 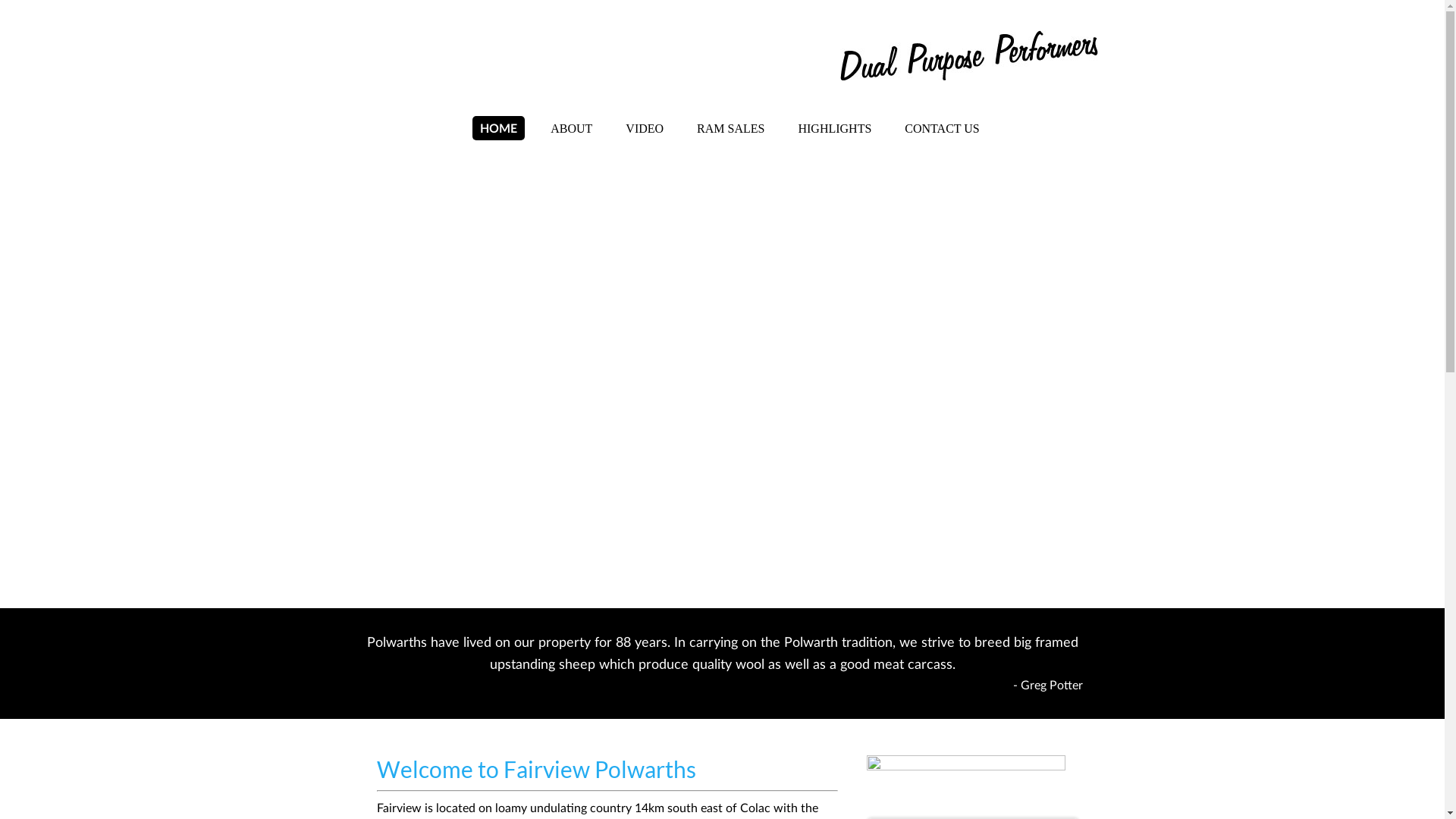 What do you see at coordinates (618, 127) in the screenshot?
I see `'VIDEO'` at bounding box center [618, 127].